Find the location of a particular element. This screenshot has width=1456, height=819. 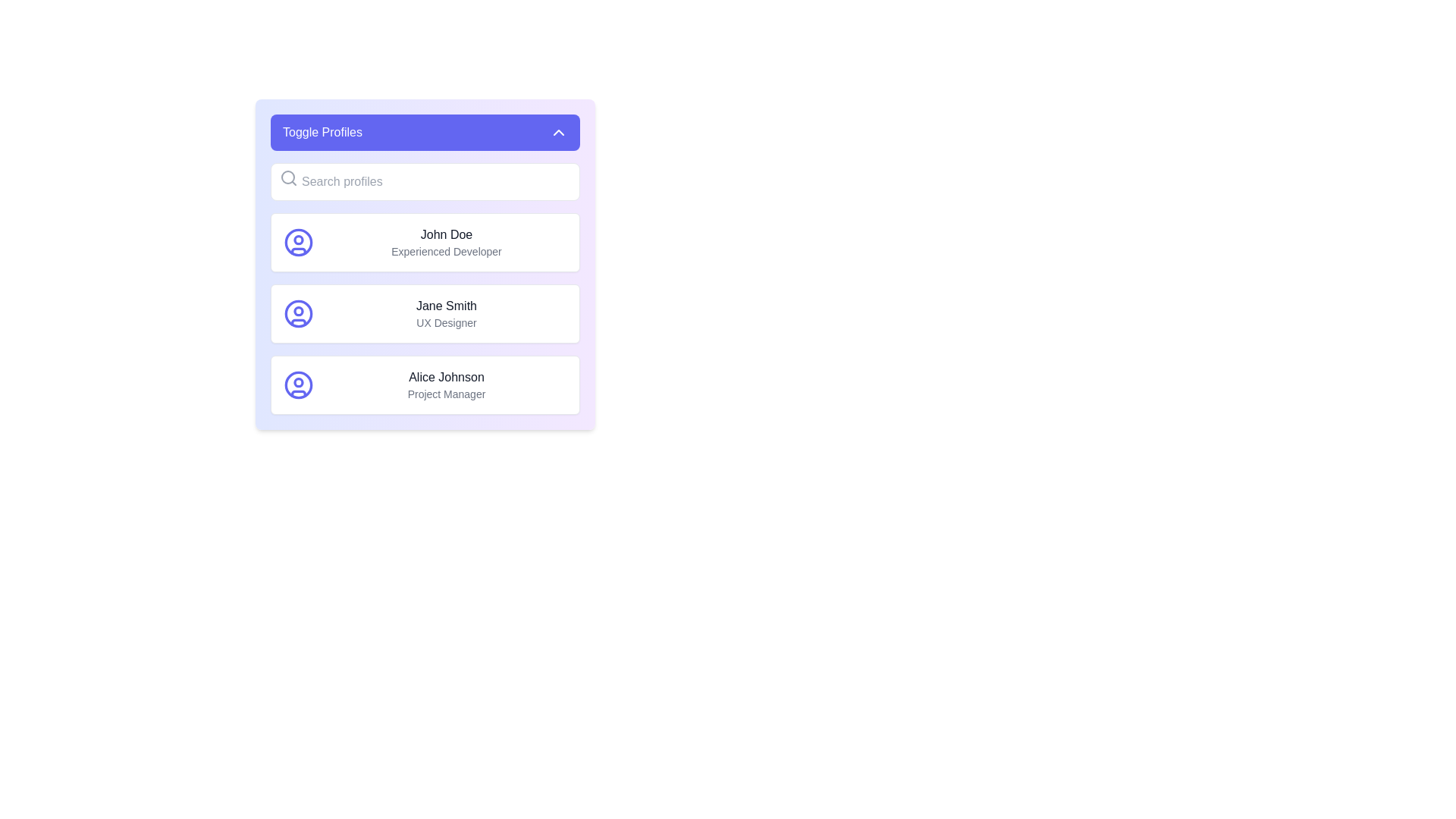

the graphical circular representation styled in blue stroke color that represents the user avatar for 'Jane Smith, UX Designer' in the profile list is located at coordinates (298, 312).